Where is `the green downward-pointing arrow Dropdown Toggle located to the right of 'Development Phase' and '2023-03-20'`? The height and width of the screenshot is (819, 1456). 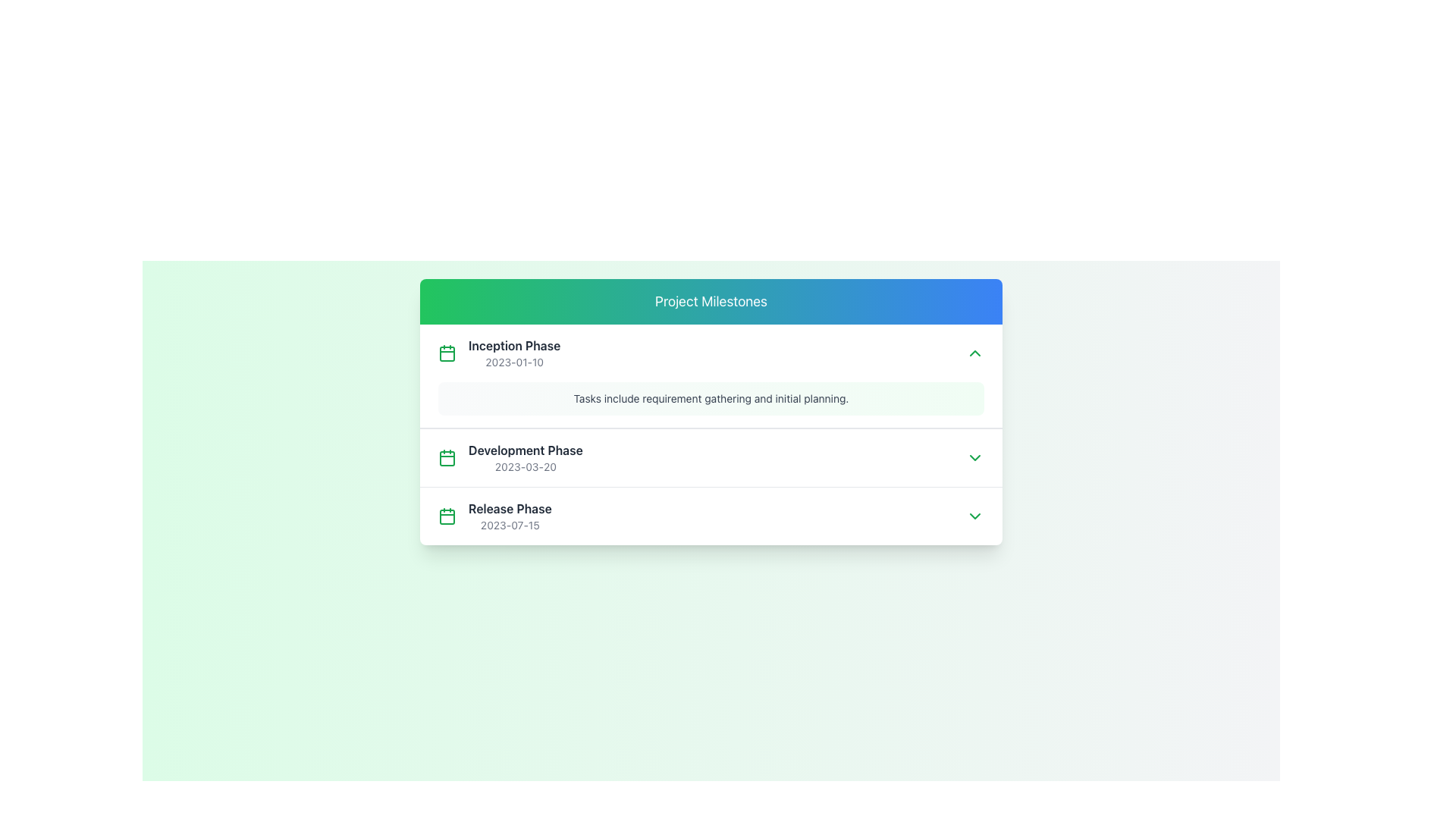
the green downward-pointing arrow Dropdown Toggle located to the right of 'Development Phase' and '2023-03-20' is located at coordinates (975, 457).